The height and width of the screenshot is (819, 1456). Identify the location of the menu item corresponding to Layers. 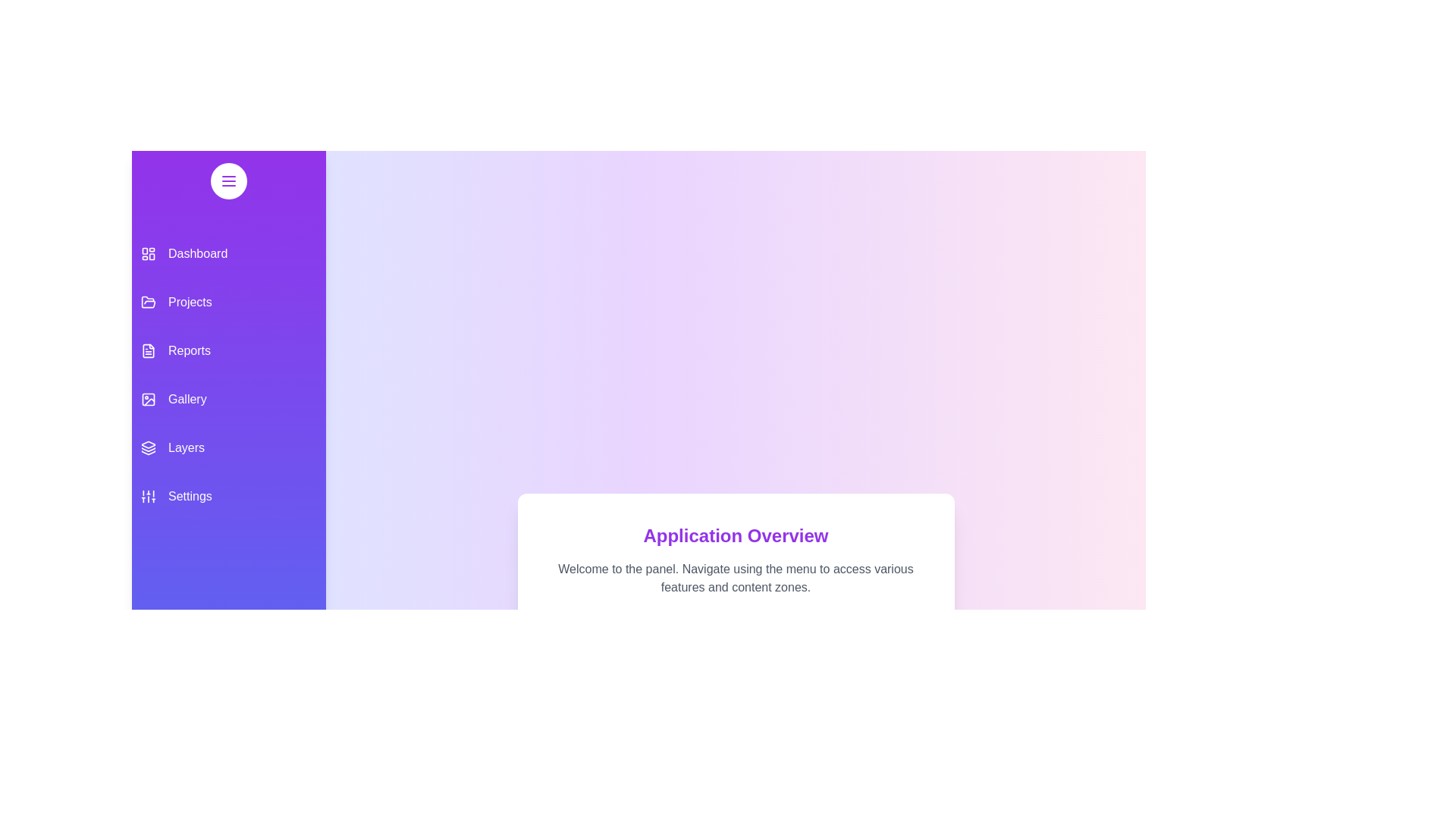
(228, 447).